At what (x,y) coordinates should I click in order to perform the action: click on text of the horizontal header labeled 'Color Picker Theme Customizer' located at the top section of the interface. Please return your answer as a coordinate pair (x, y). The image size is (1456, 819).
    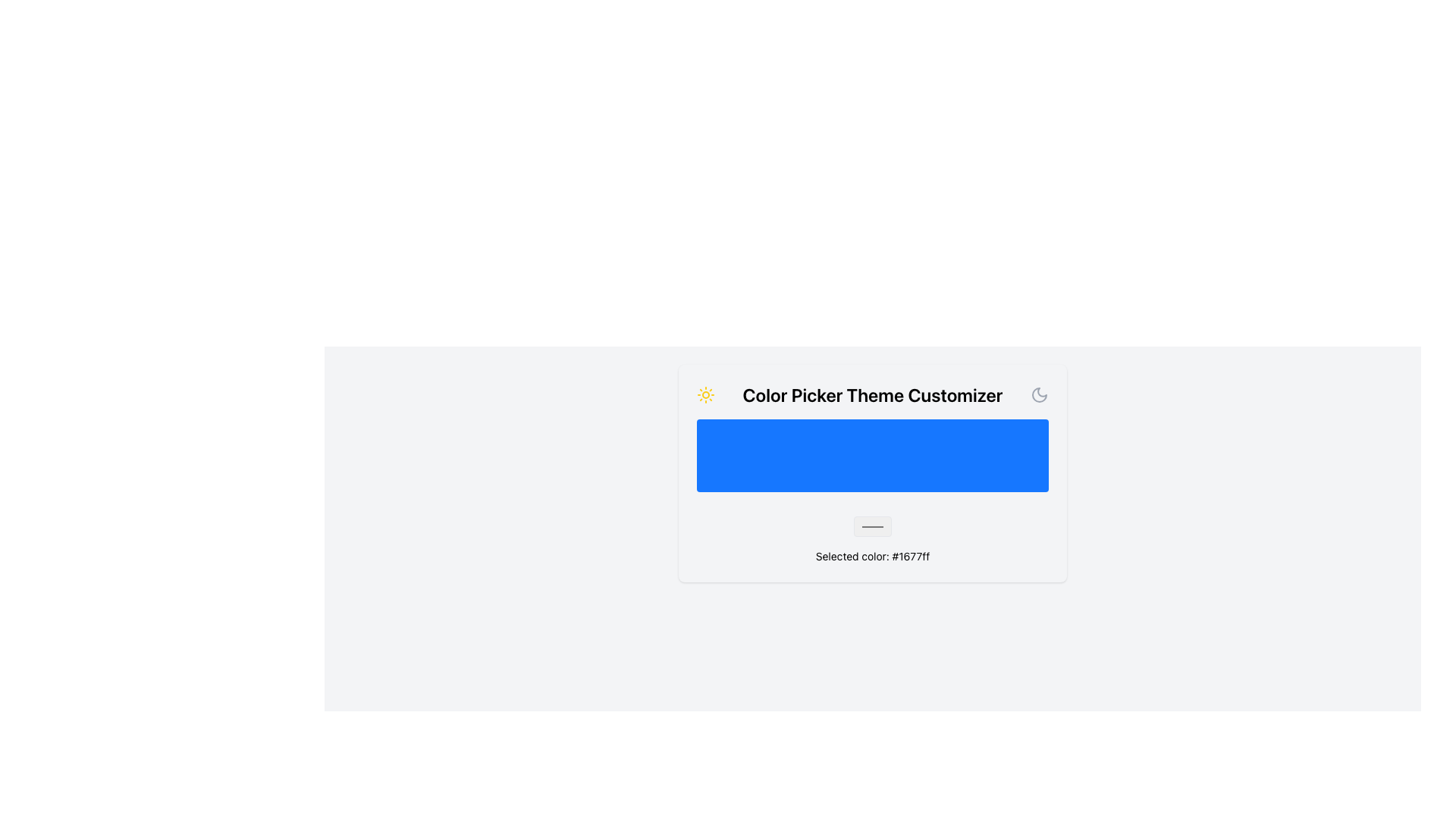
    Looking at the image, I should click on (873, 394).